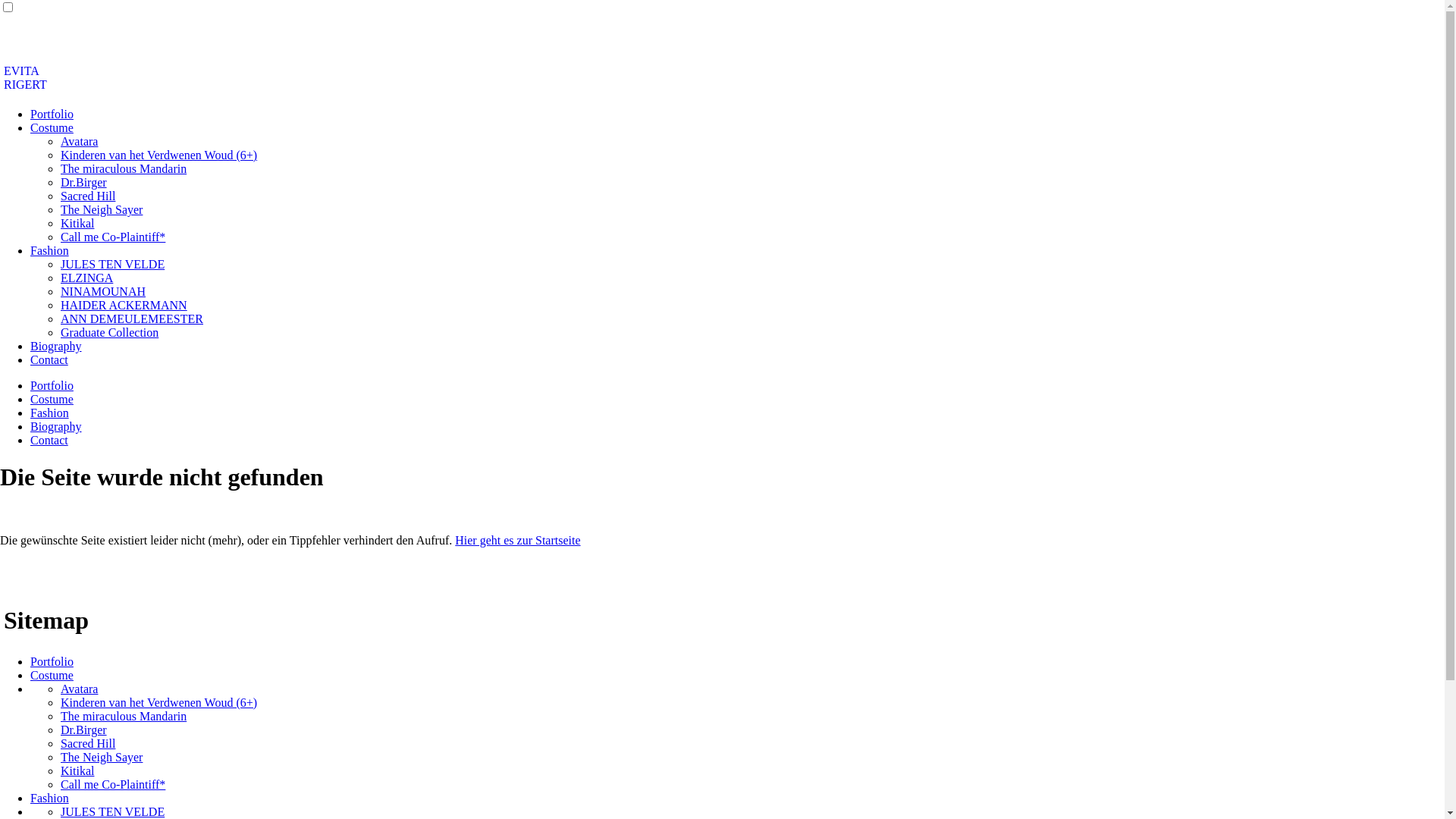  Describe the element at coordinates (86, 742) in the screenshot. I see `'Sacred Hill'` at that location.